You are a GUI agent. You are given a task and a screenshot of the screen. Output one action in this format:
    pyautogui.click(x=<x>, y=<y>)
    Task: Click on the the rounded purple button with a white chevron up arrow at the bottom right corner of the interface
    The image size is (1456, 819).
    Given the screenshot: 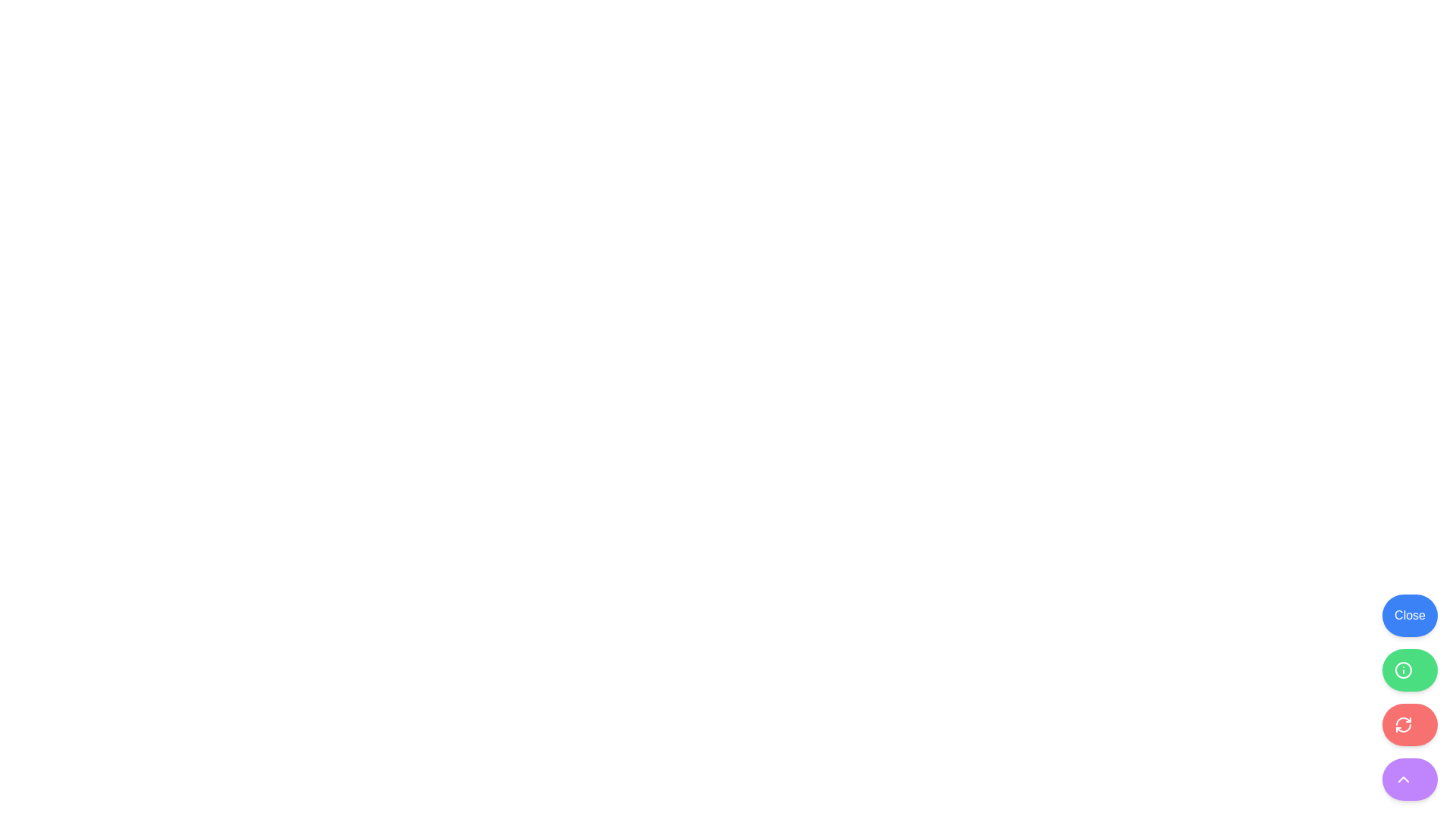 What is the action you would take?
    pyautogui.click(x=1409, y=780)
    